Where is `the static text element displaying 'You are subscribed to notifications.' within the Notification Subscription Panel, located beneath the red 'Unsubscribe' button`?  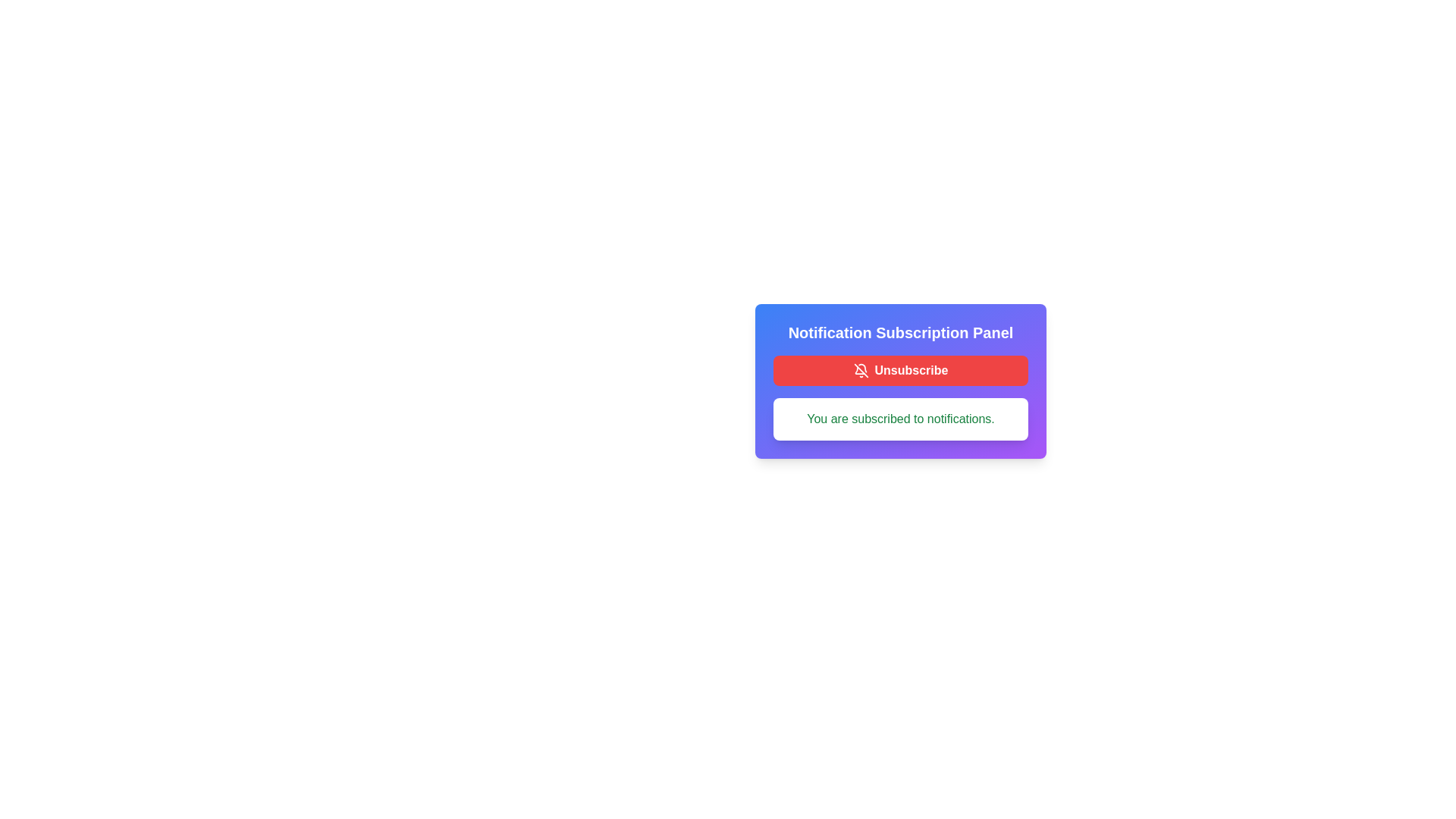
the static text element displaying 'You are subscribed to notifications.' within the Notification Subscription Panel, located beneath the red 'Unsubscribe' button is located at coordinates (901, 419).